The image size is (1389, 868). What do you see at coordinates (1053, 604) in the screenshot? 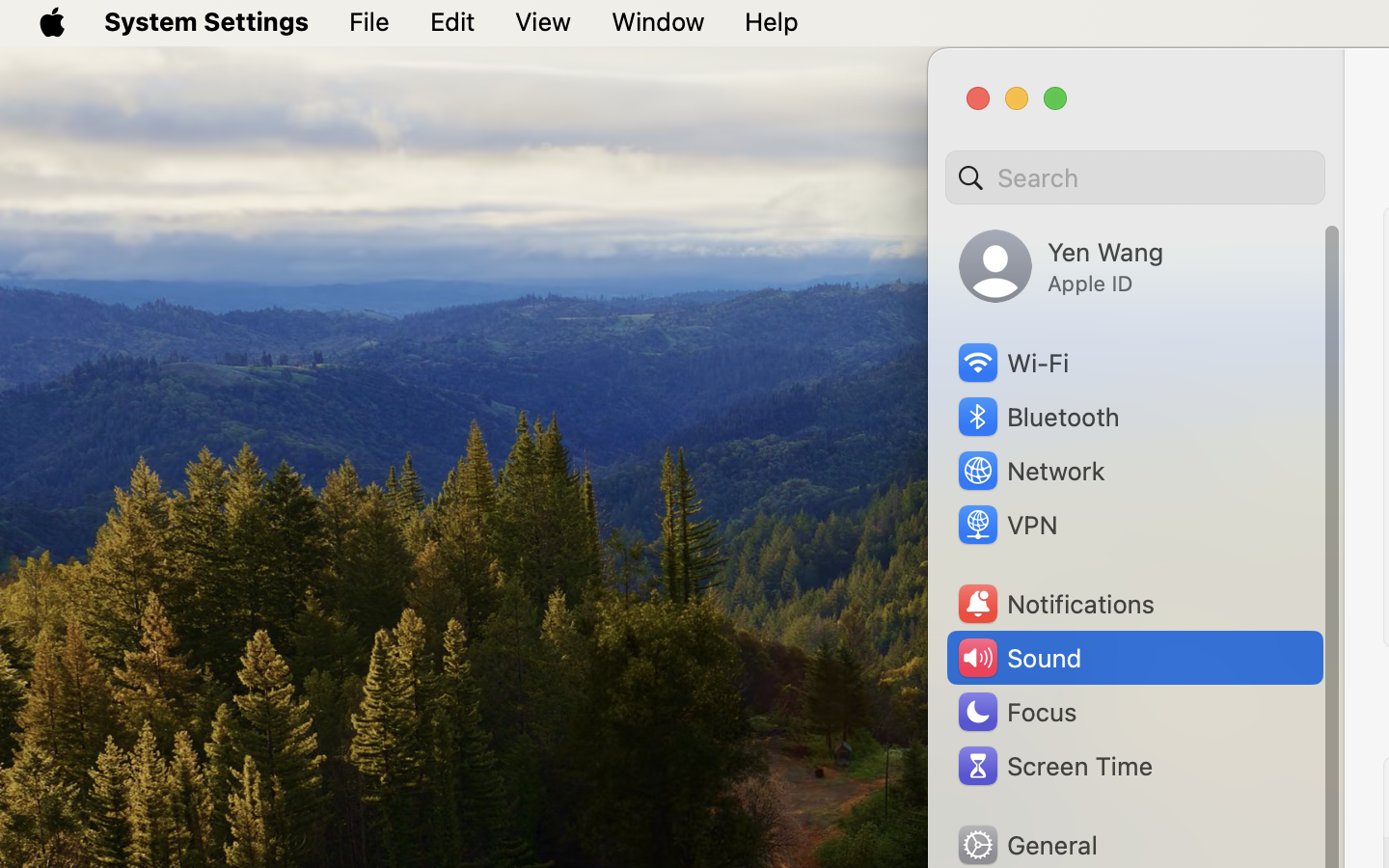
I see `'Notifications'` at bounding box center [1053, 604].